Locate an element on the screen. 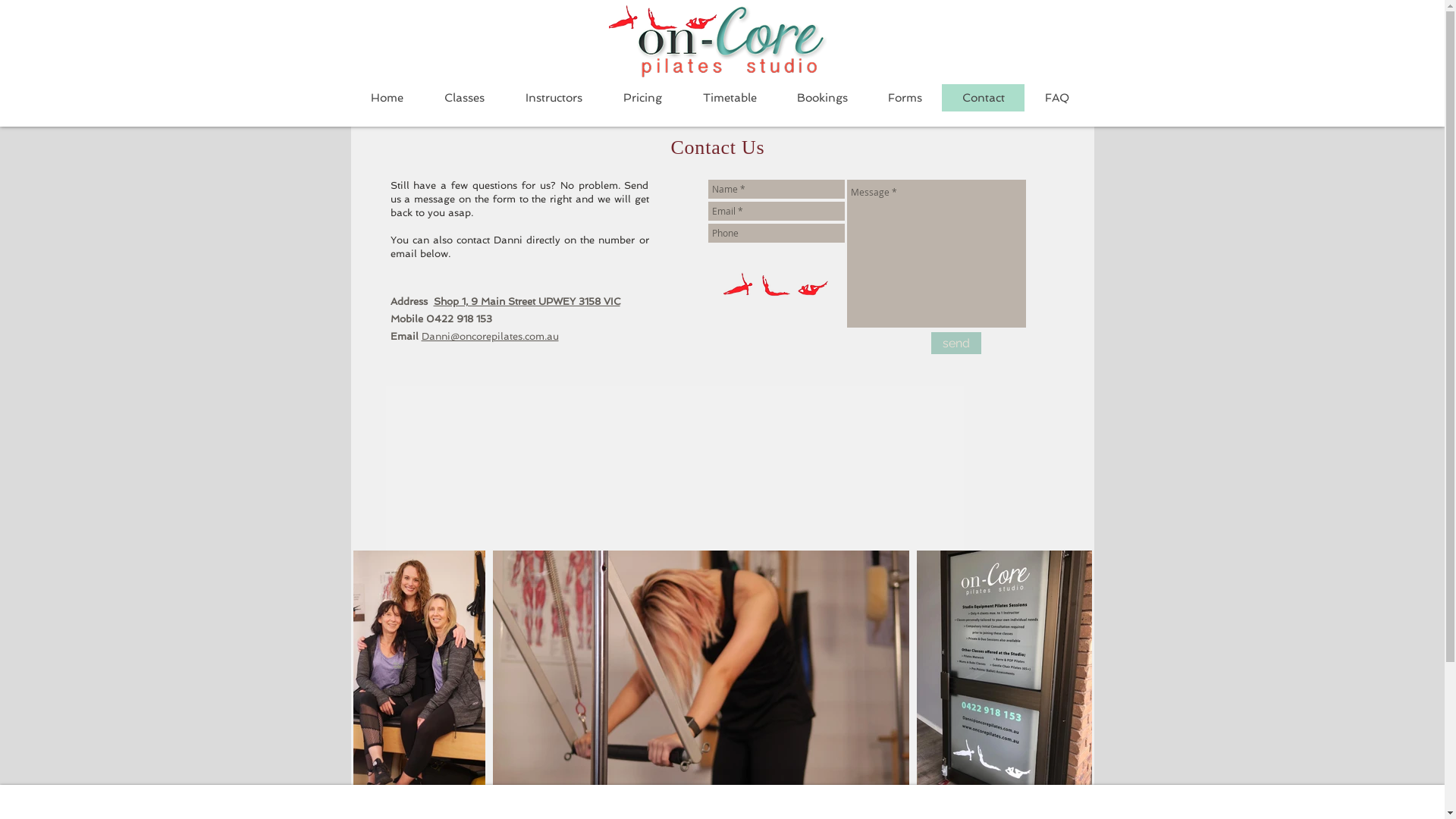 This screenshot has width=1456, height=819. 'Danni@oncorepilates.com.au' is located at coordinates (422, 335).